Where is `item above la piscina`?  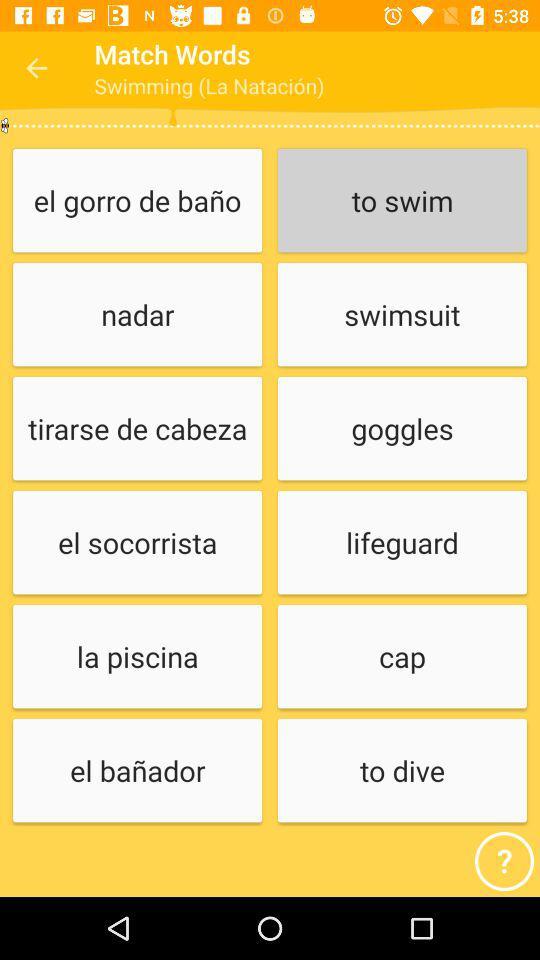 item above la piscina is located at coordinates (136, 543).